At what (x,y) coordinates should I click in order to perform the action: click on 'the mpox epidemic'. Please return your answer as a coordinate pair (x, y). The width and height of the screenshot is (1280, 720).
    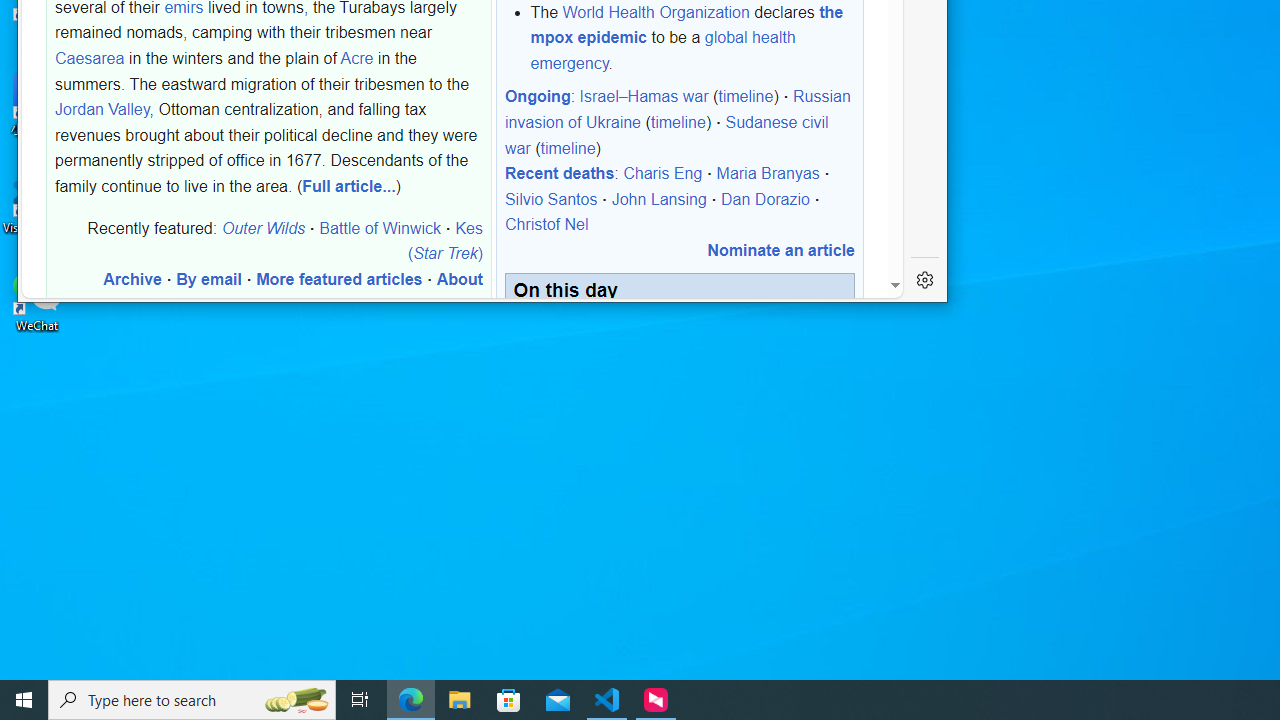
    Looking at the image, I should click on (686, 24).